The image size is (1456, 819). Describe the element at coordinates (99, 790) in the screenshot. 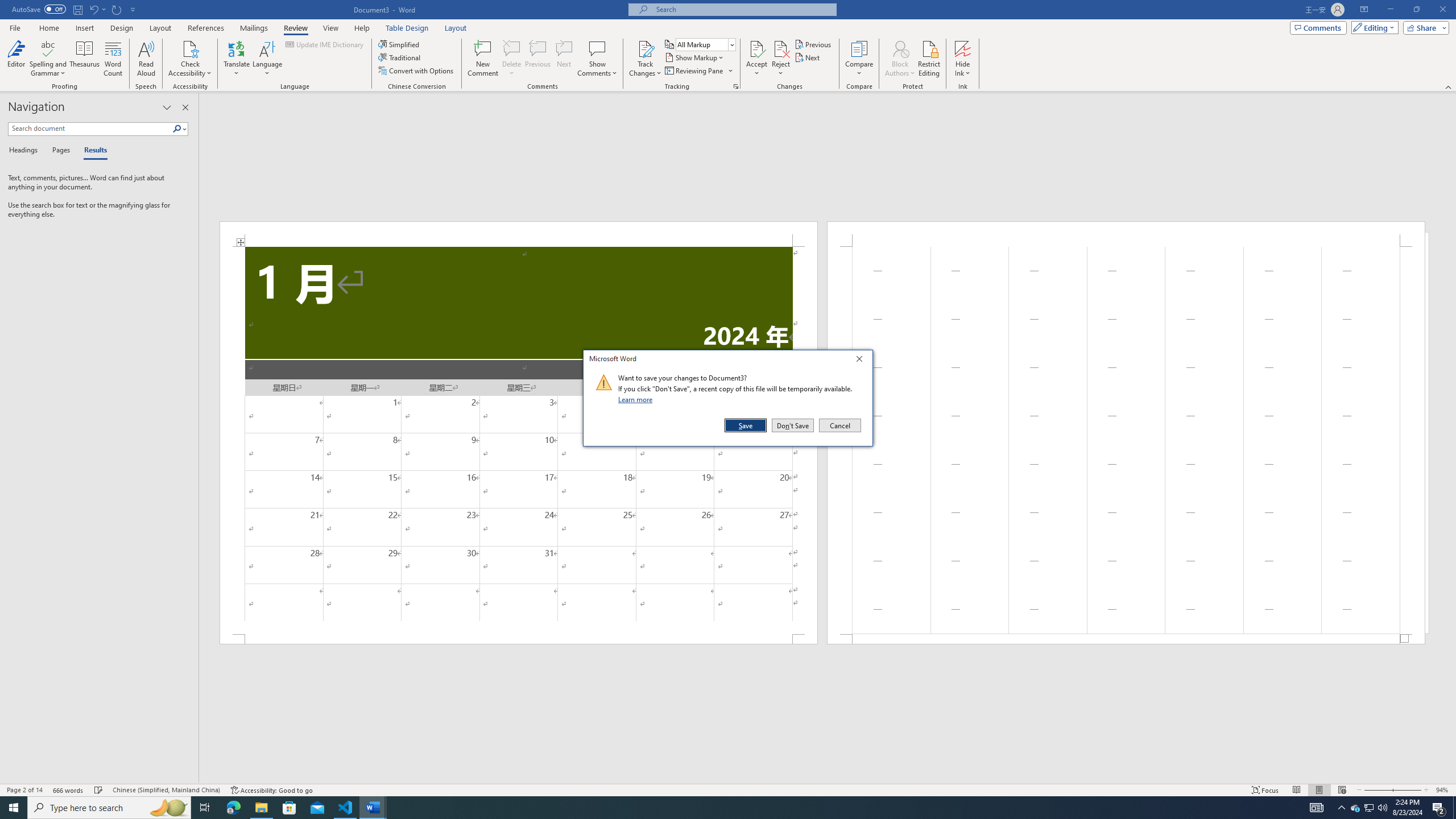

I see `'Spelling and Grammar Check Checking'` at that location.